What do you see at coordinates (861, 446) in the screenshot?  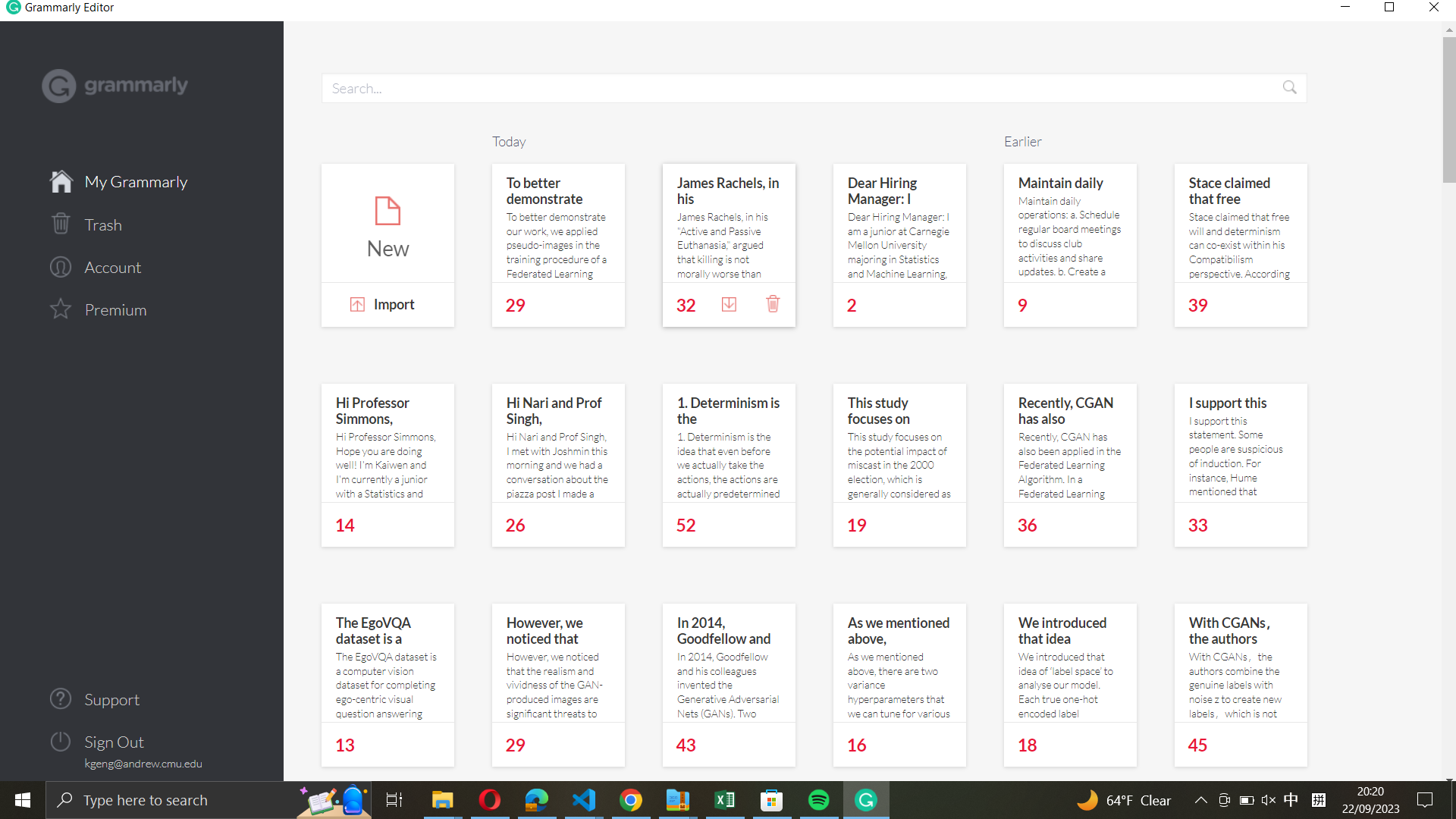 I see `Navigate further in the notes section` at bounding box center [861, 446].